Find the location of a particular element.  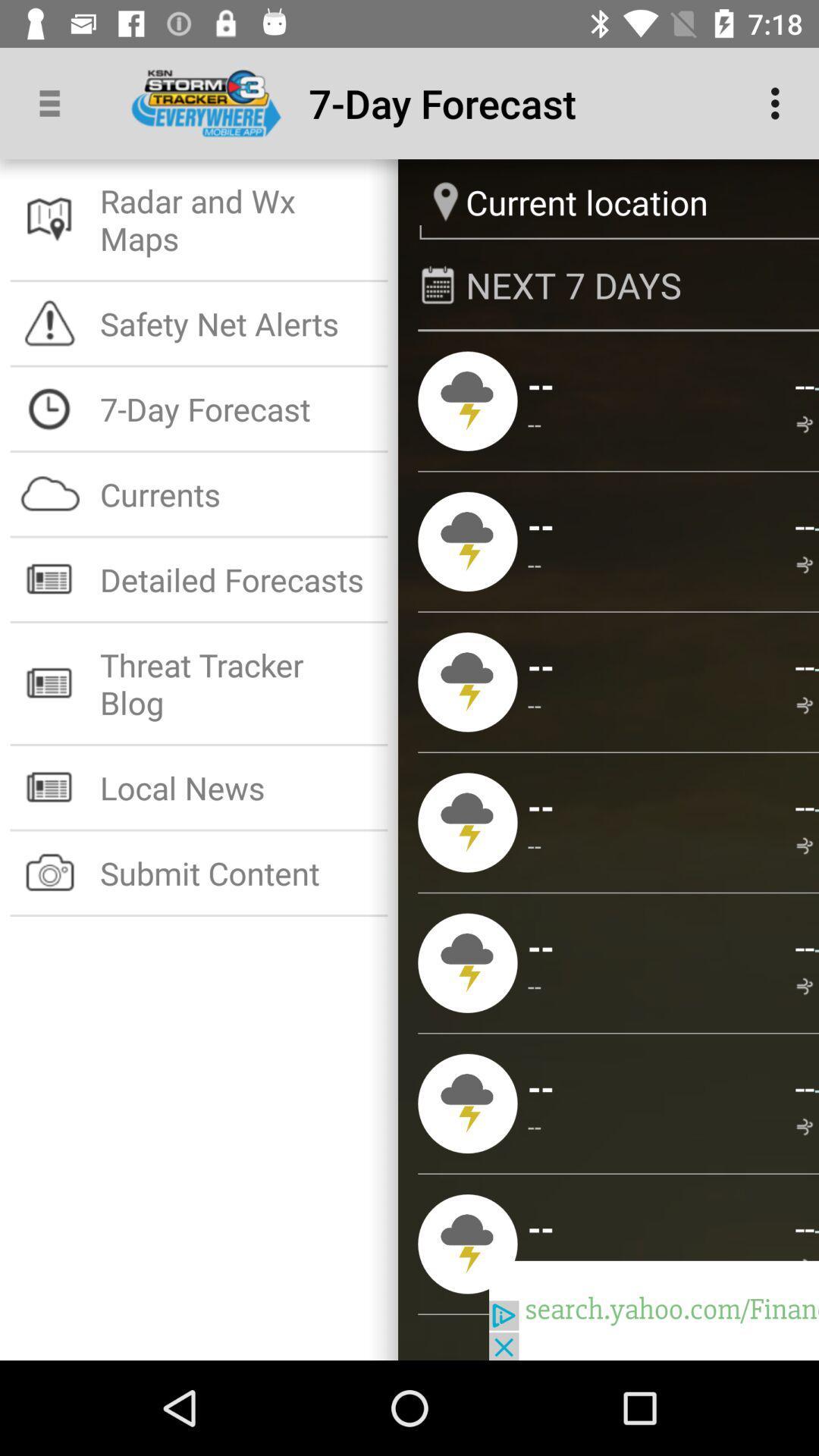

the item above the -- icon is located at coordinates (540, 1086).